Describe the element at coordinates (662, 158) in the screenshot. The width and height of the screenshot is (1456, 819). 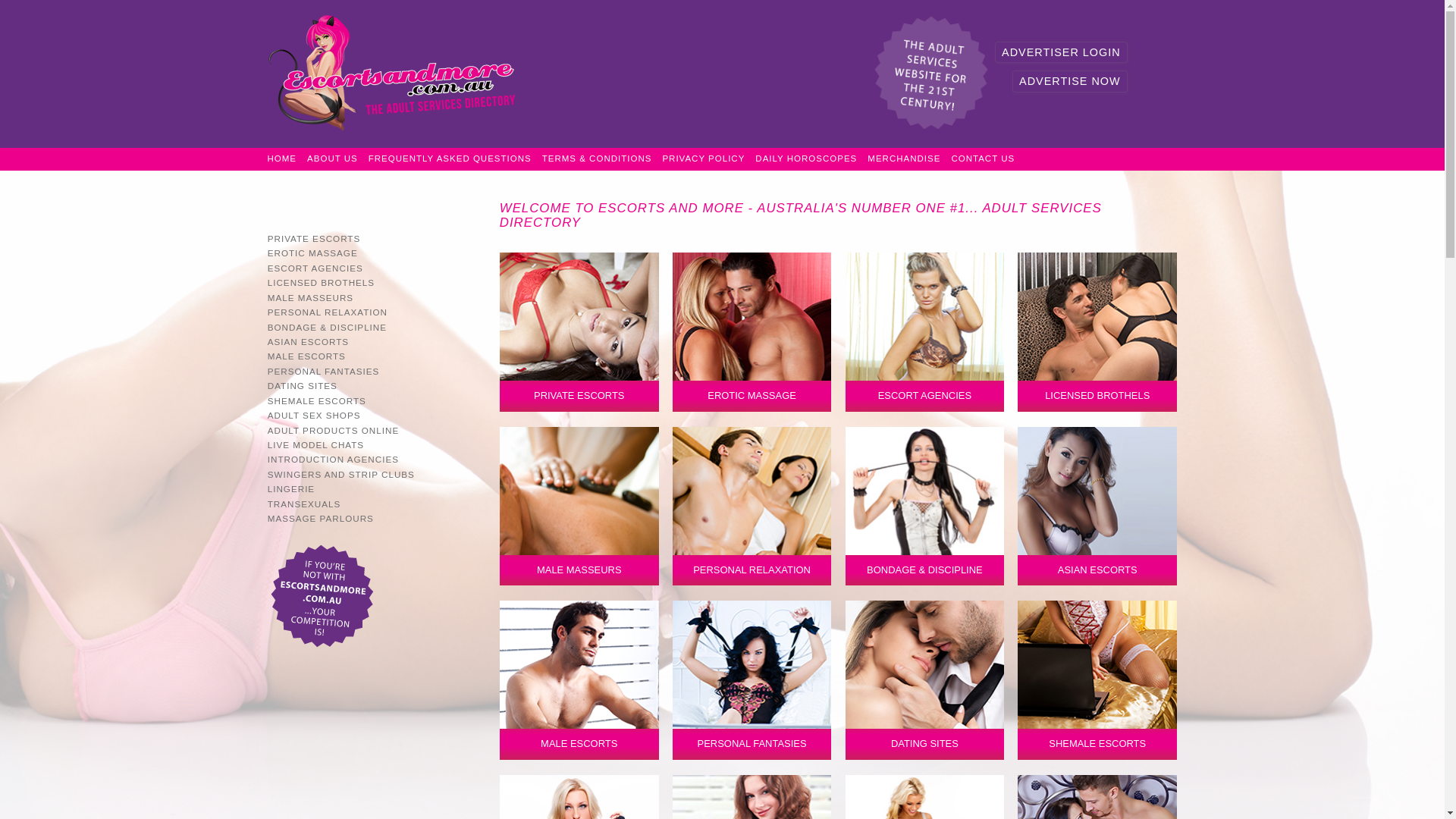
I see `'PRIVACY POLICY'` at that location.